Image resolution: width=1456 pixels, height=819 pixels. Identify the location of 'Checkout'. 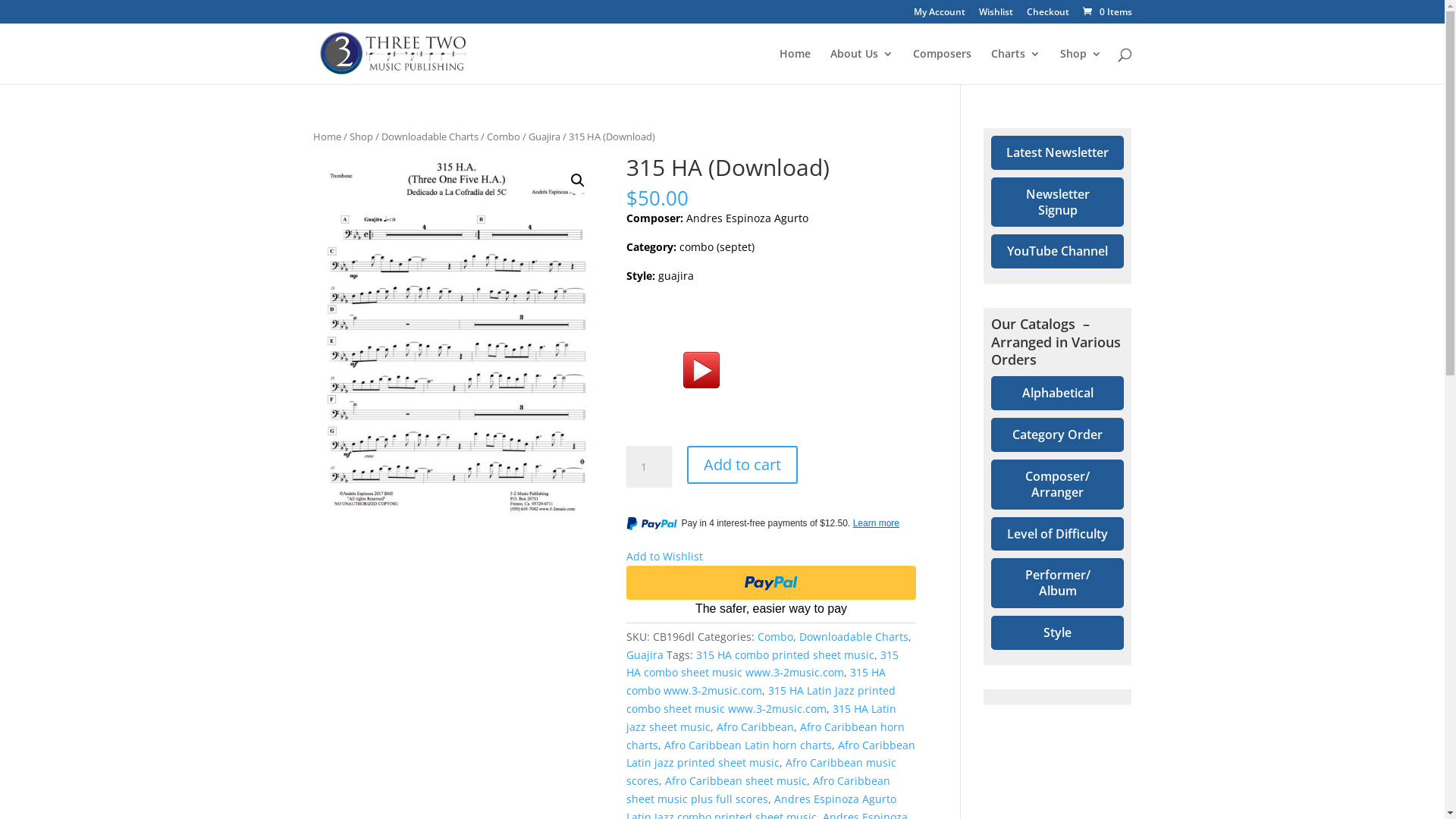
(1047, 15).